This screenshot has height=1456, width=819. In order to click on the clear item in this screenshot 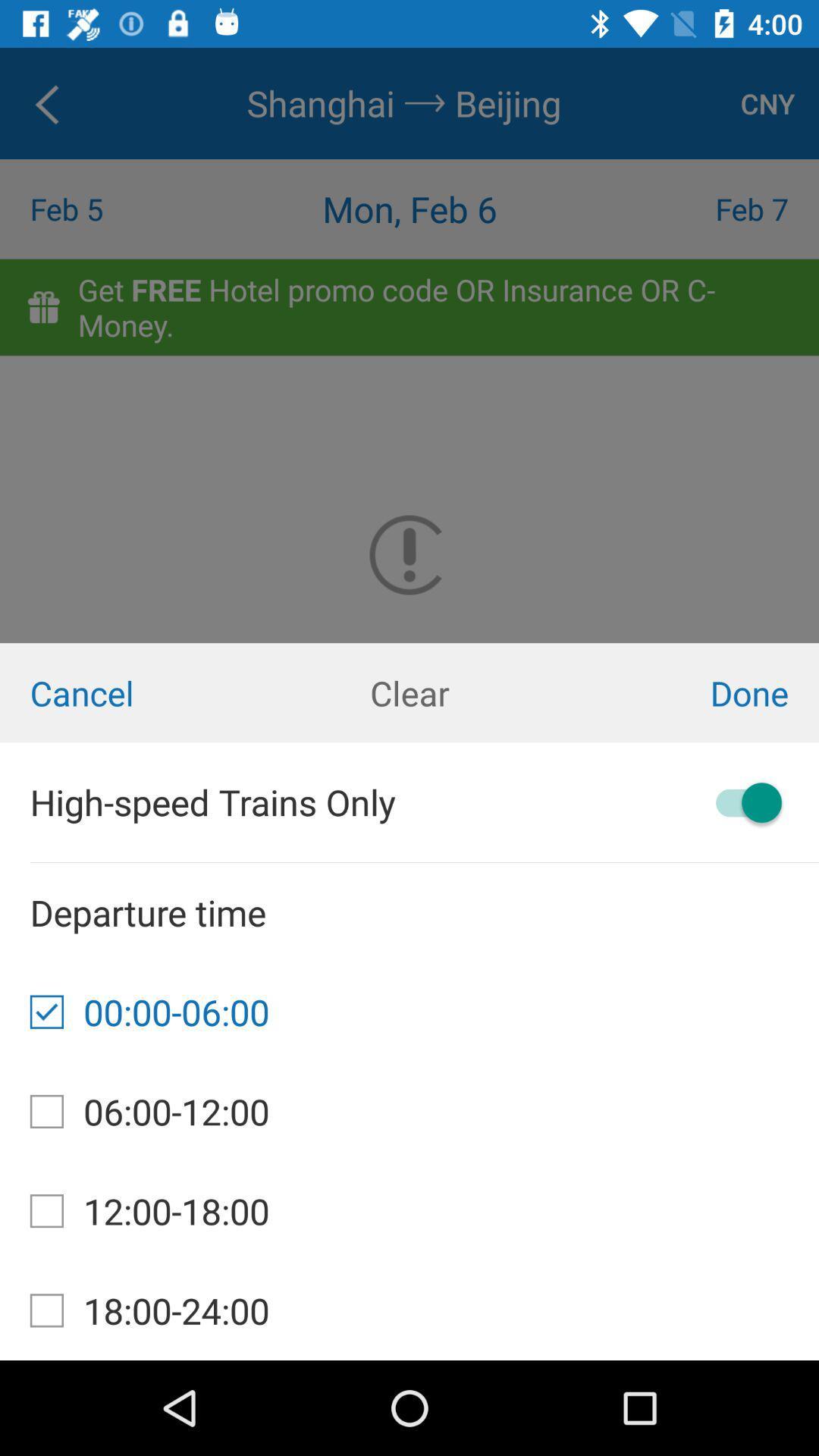, I will do `click(409, 692)`.